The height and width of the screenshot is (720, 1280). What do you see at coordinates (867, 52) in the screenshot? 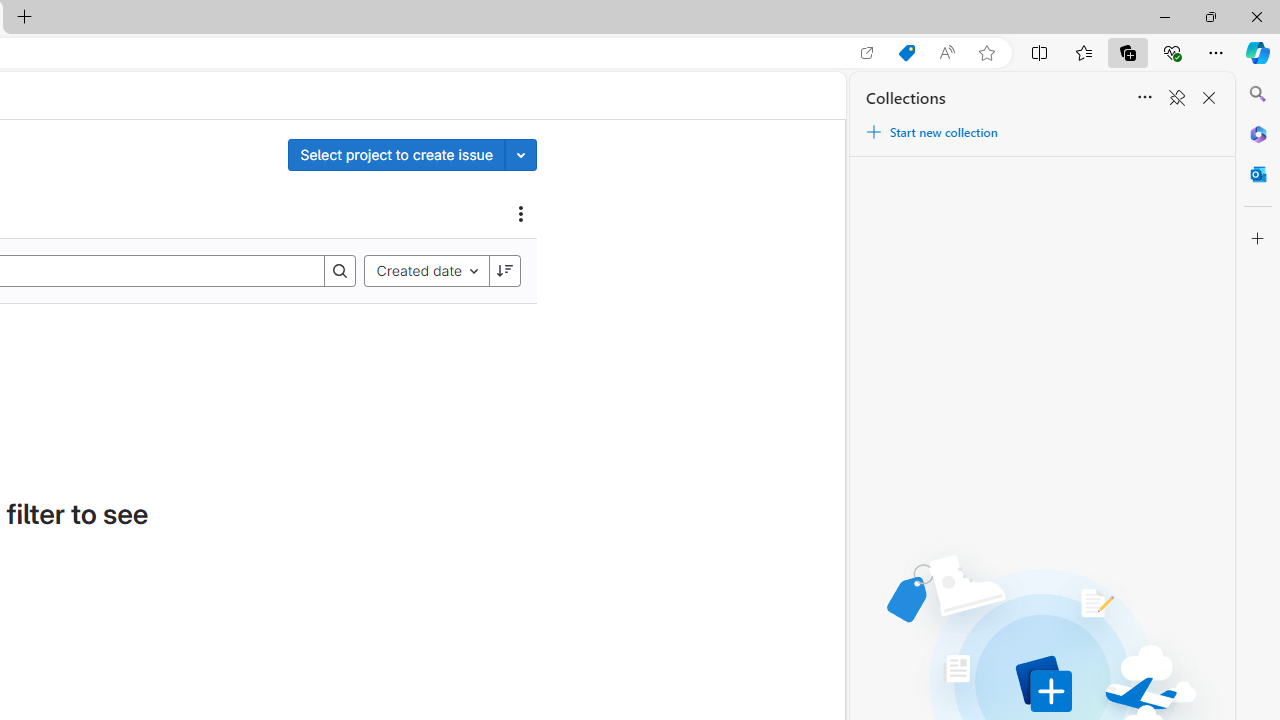
I see `'Open in app'` at bounding box center [867, 52].